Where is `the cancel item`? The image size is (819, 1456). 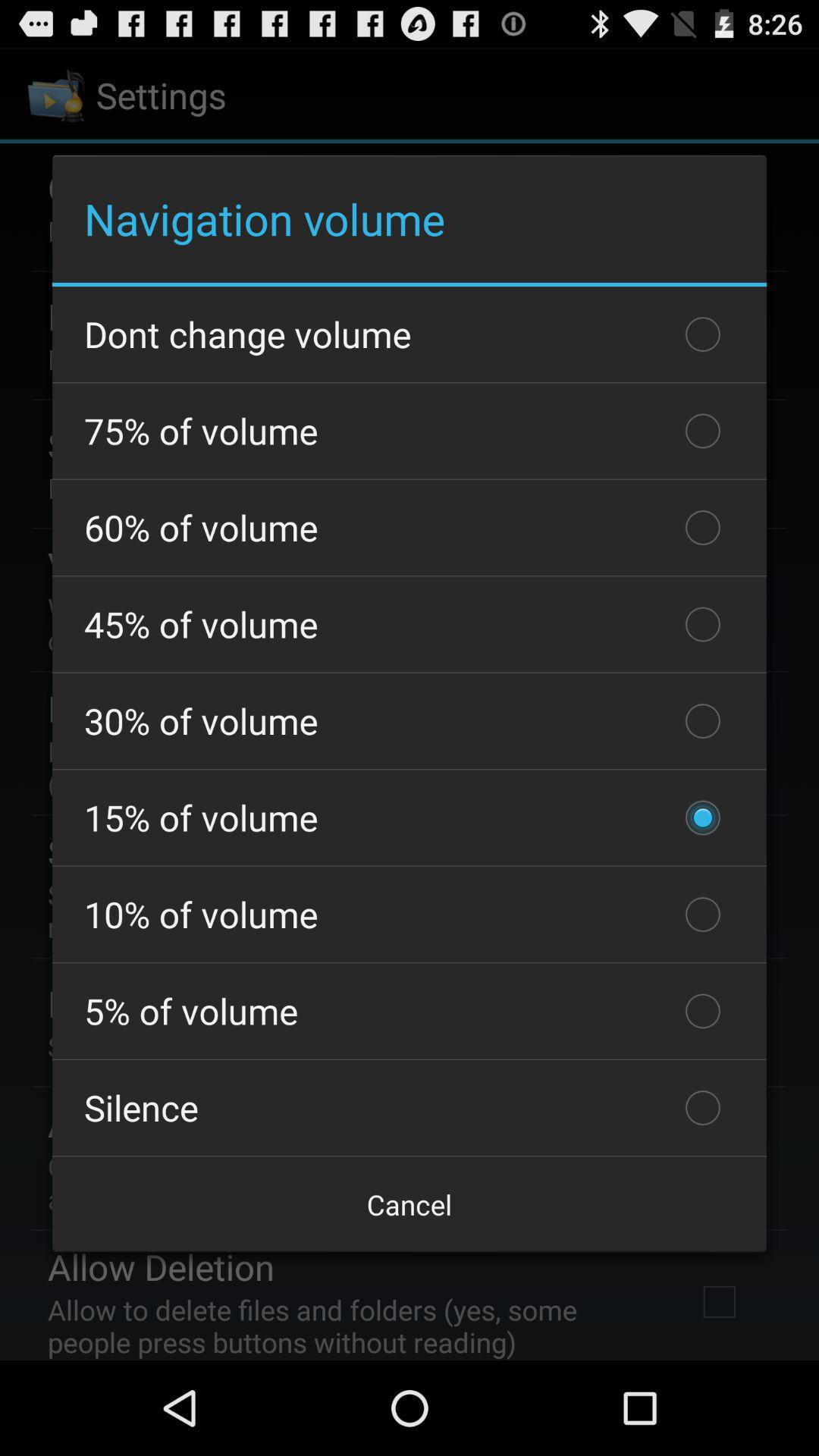 the cancel item is located at coordinates (409, 1203).